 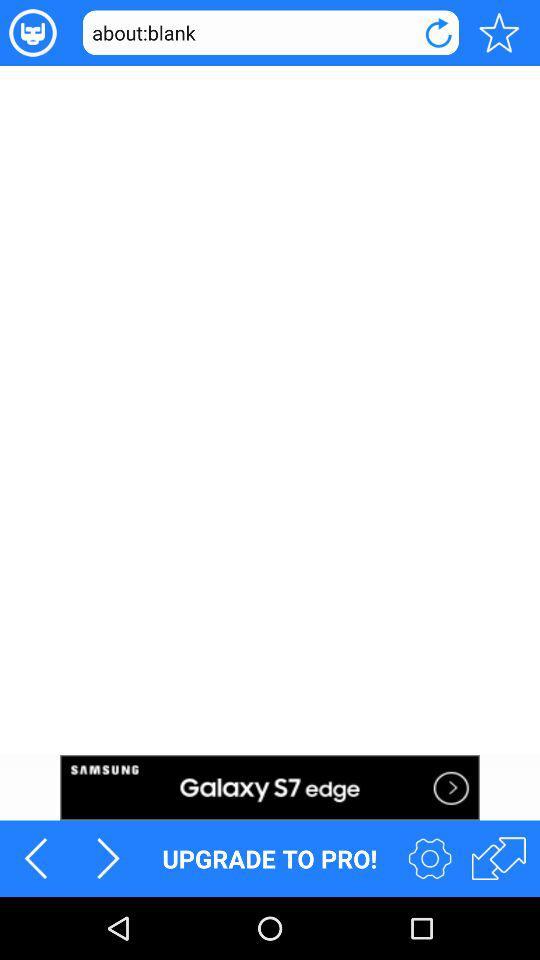 What do you see at coordinates (108, 918) in the screenshot?
I see `the arrow_forward icon` at bounding box center [108, 918].